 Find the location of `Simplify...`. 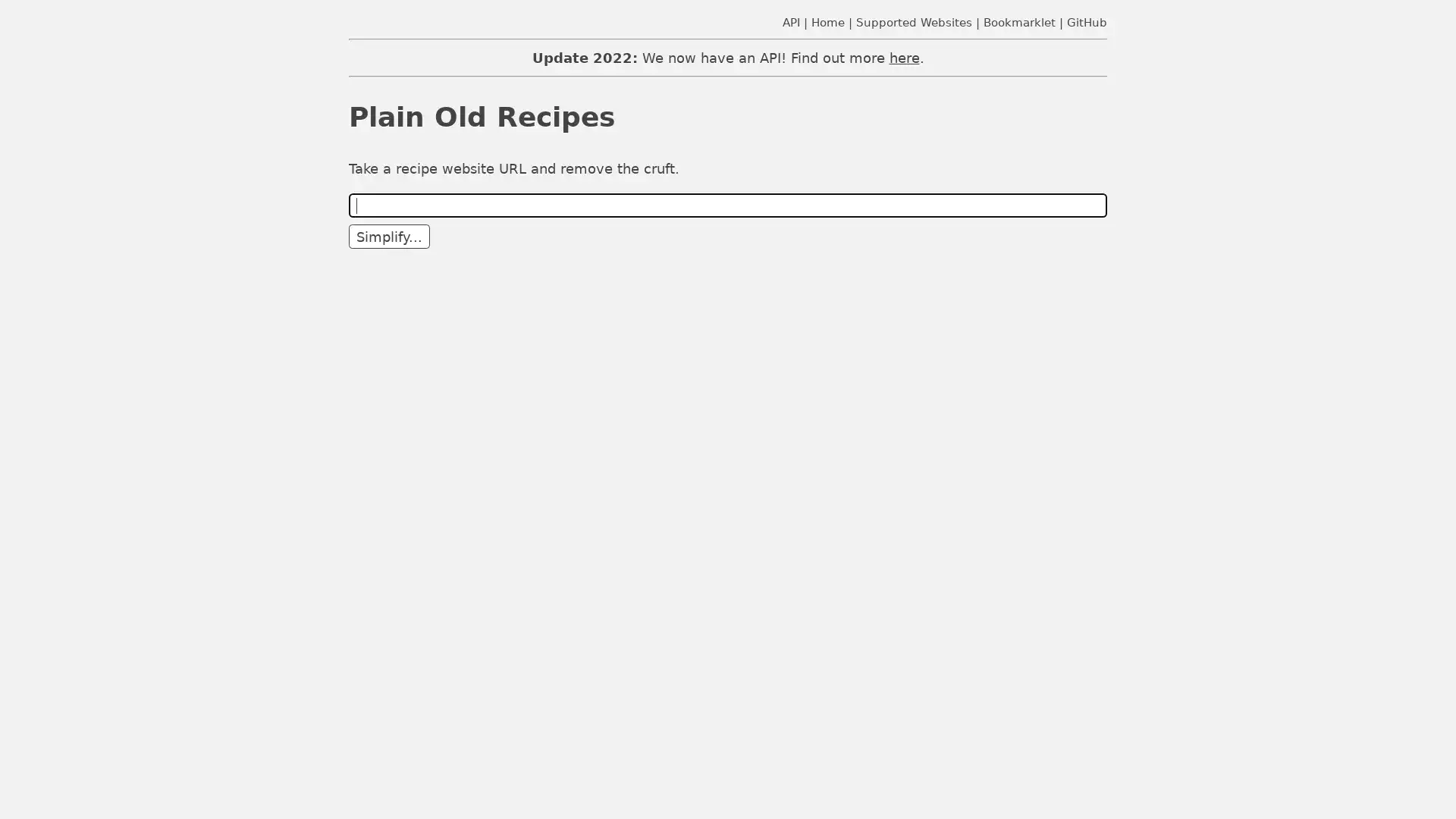

Simplify... is located at coordinates (389, 237).